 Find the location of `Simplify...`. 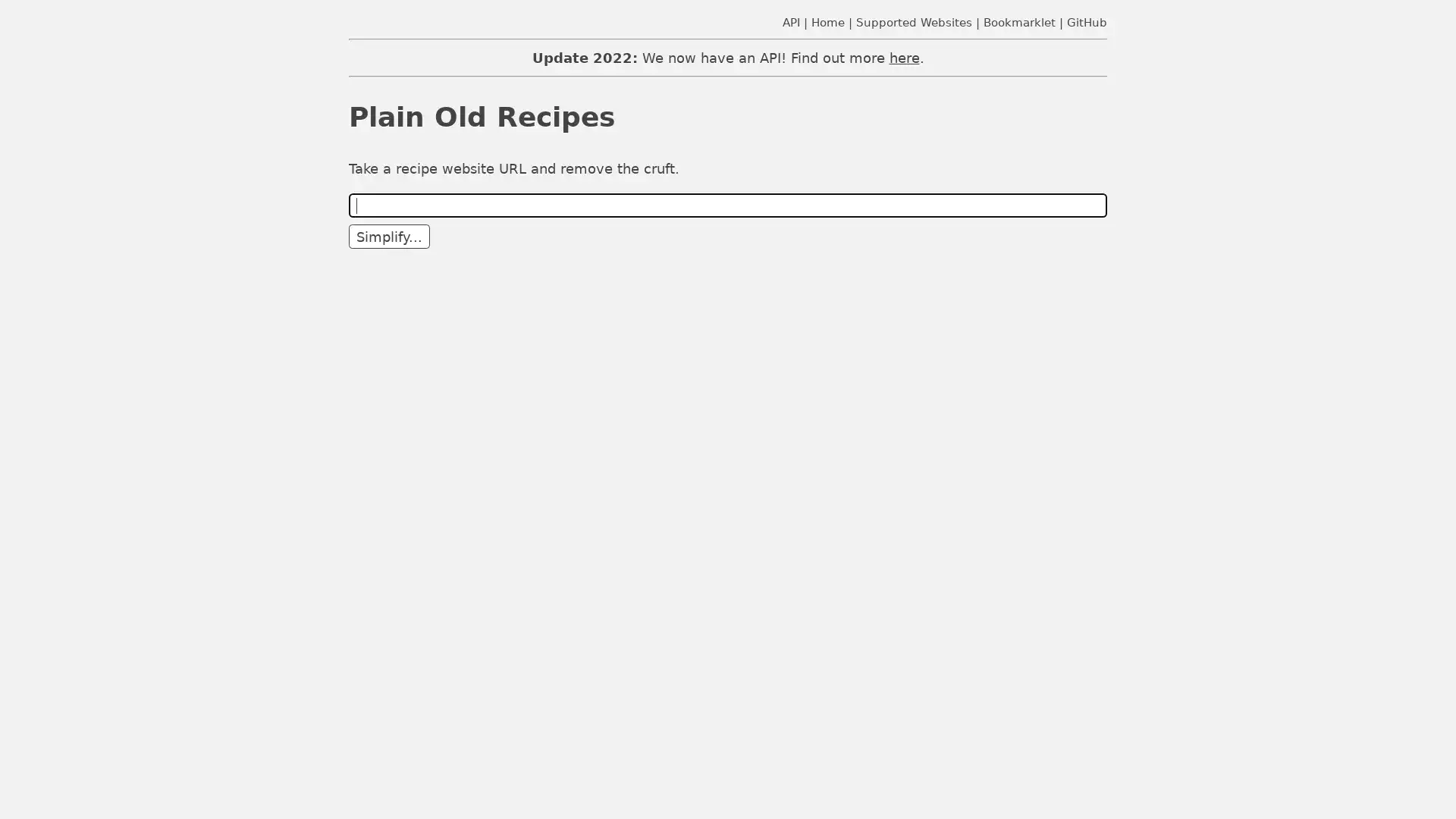

Simplify... is located at coordinates (389, 237).